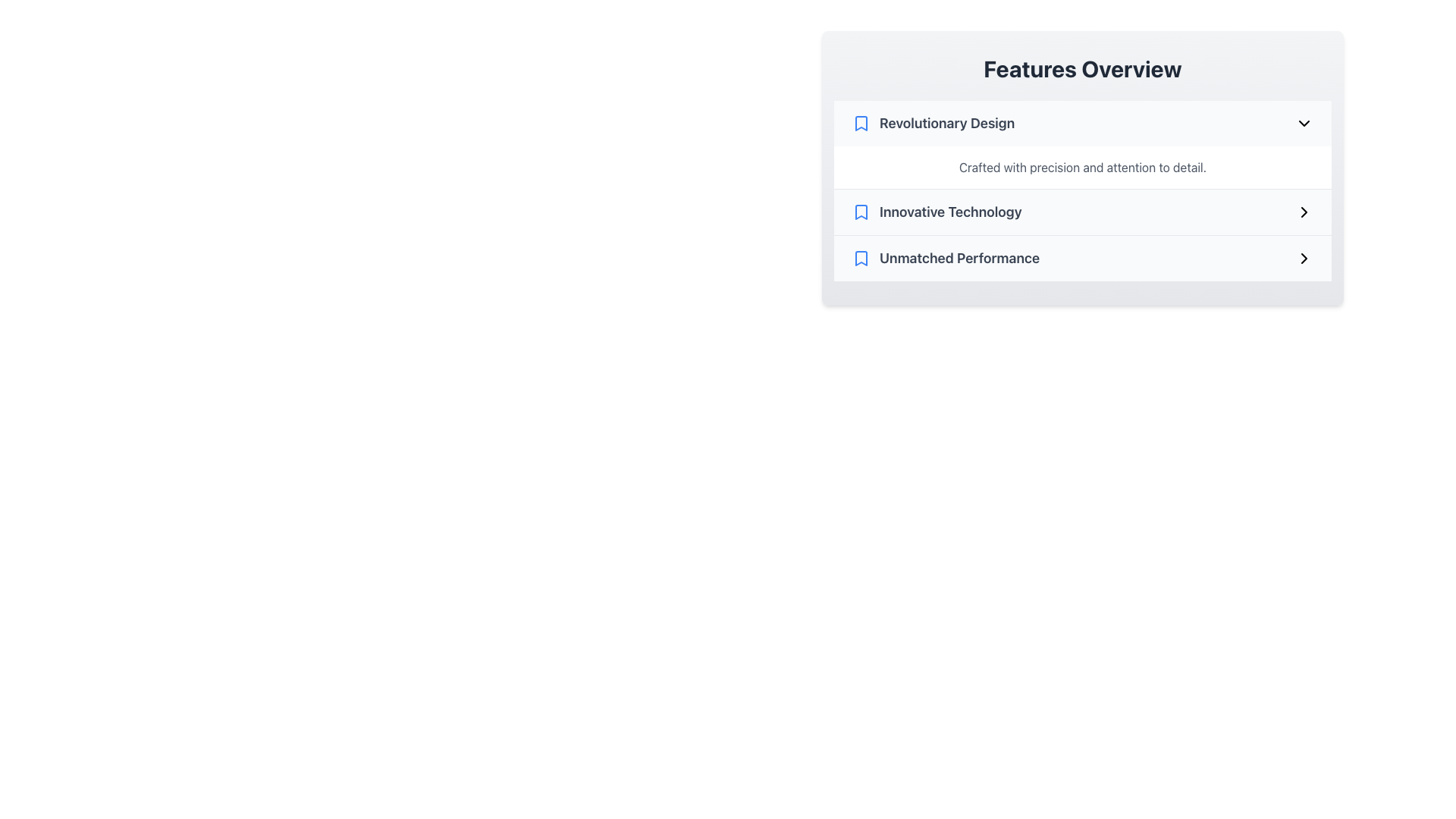  I want to click on the label containing the title for the first option in the 'Features Overview' section to copy its text, so click(932, 122).